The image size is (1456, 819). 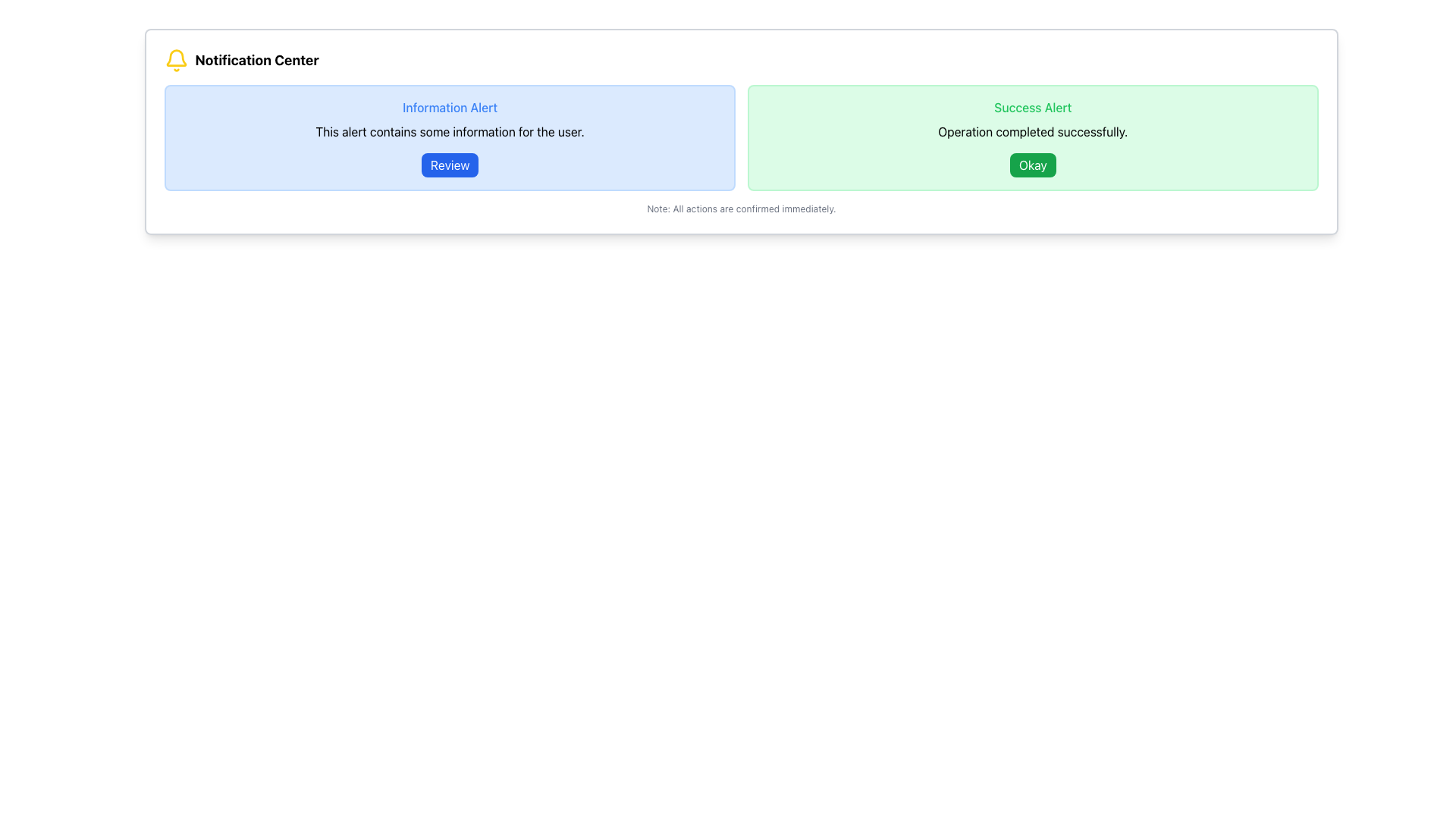 I want to click on the text label that serves as a title or header for the alert, indicating the type of alert displayed in the panel, which is located above the text 'Operation completed successfully.' and the 'Okay' button, so click(x=1032, y=107).